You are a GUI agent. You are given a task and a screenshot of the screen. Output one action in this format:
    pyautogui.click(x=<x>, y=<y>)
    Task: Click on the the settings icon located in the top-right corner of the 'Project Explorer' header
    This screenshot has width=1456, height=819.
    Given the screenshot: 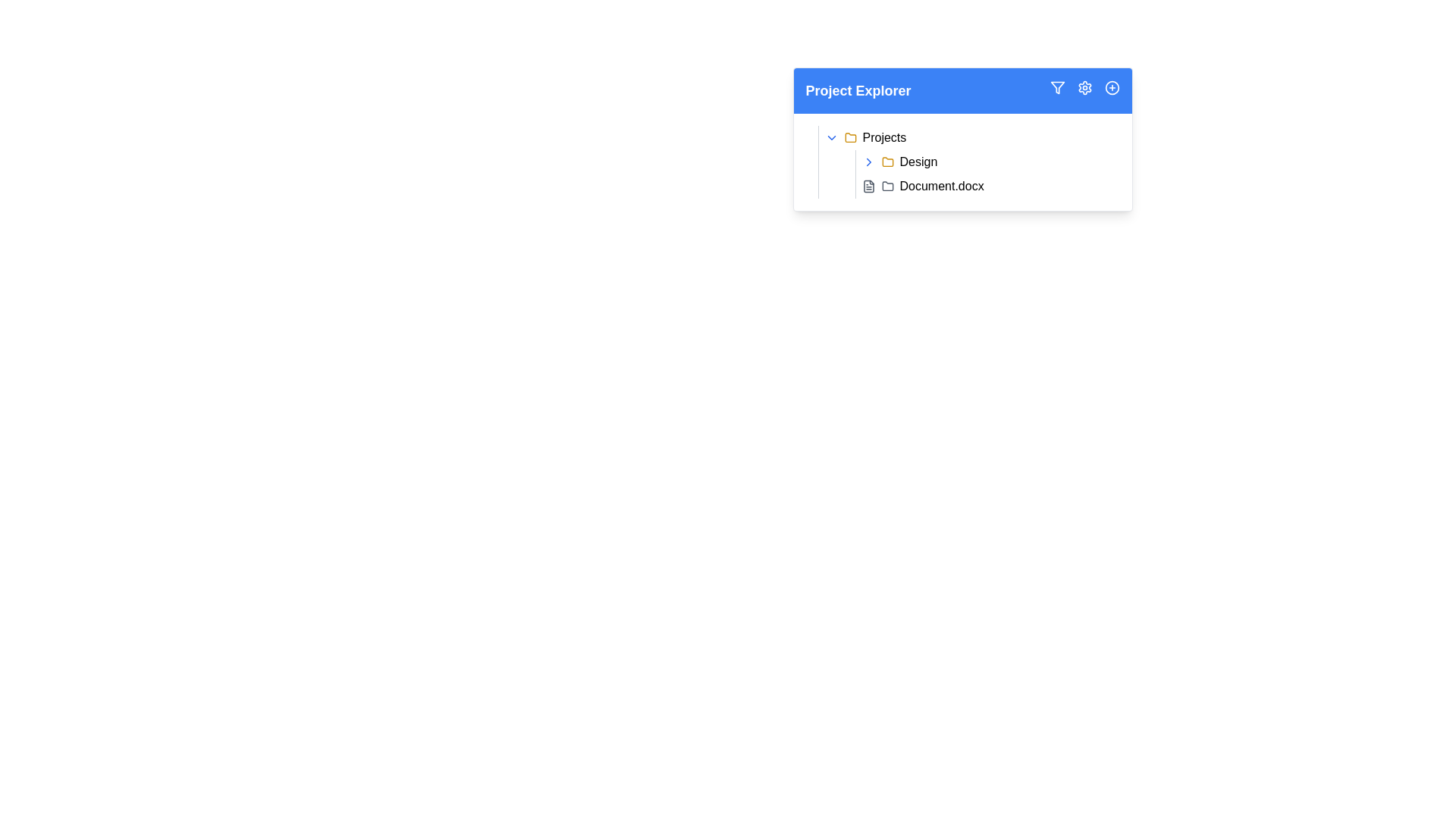 What is the action you would take?
    pyautogui.click(x=1084, y=90)
    